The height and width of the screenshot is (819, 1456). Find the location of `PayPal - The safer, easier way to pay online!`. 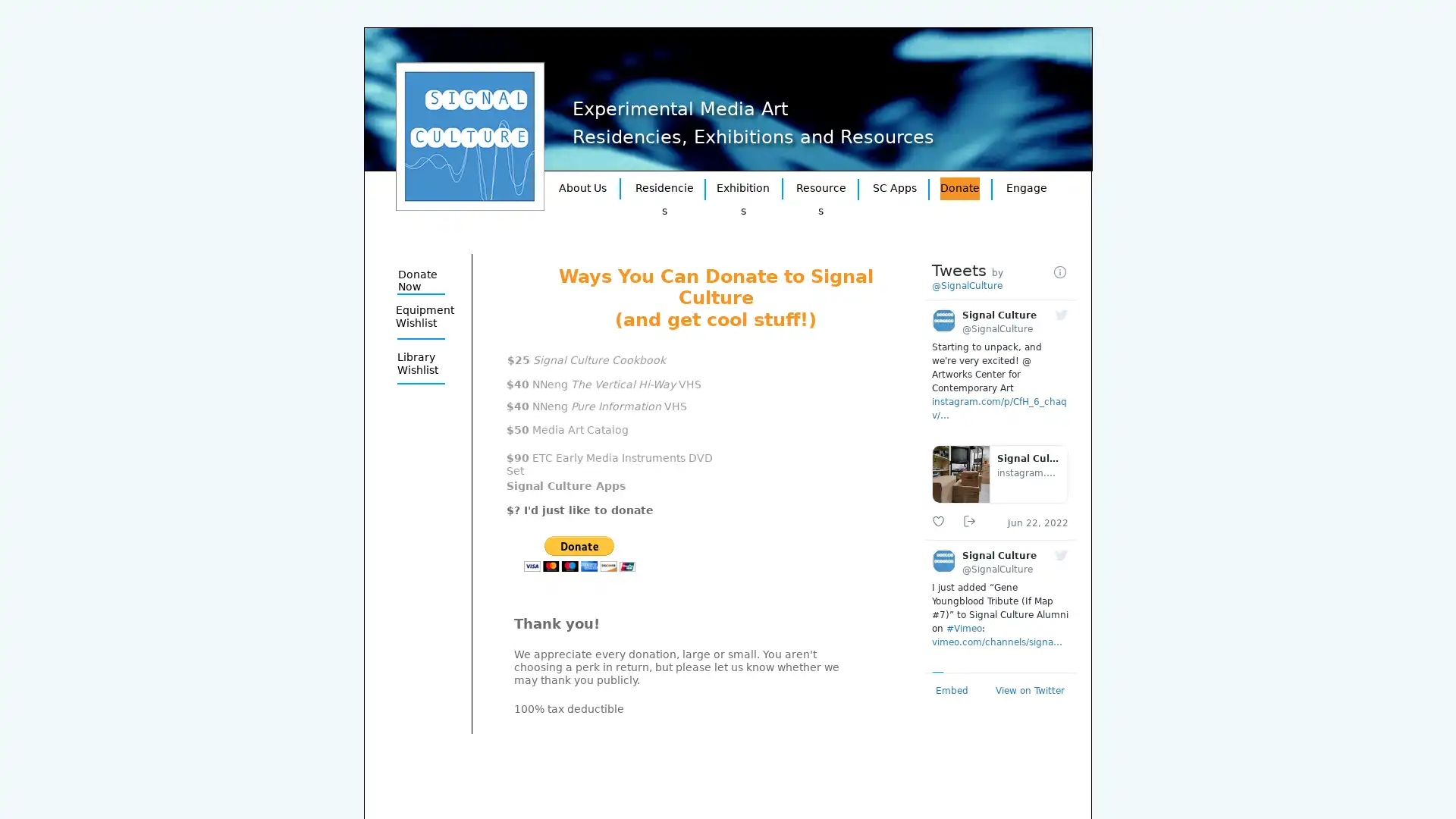

PayPal - The safer, easier way to pay online! is located at coordinates (579, 554).